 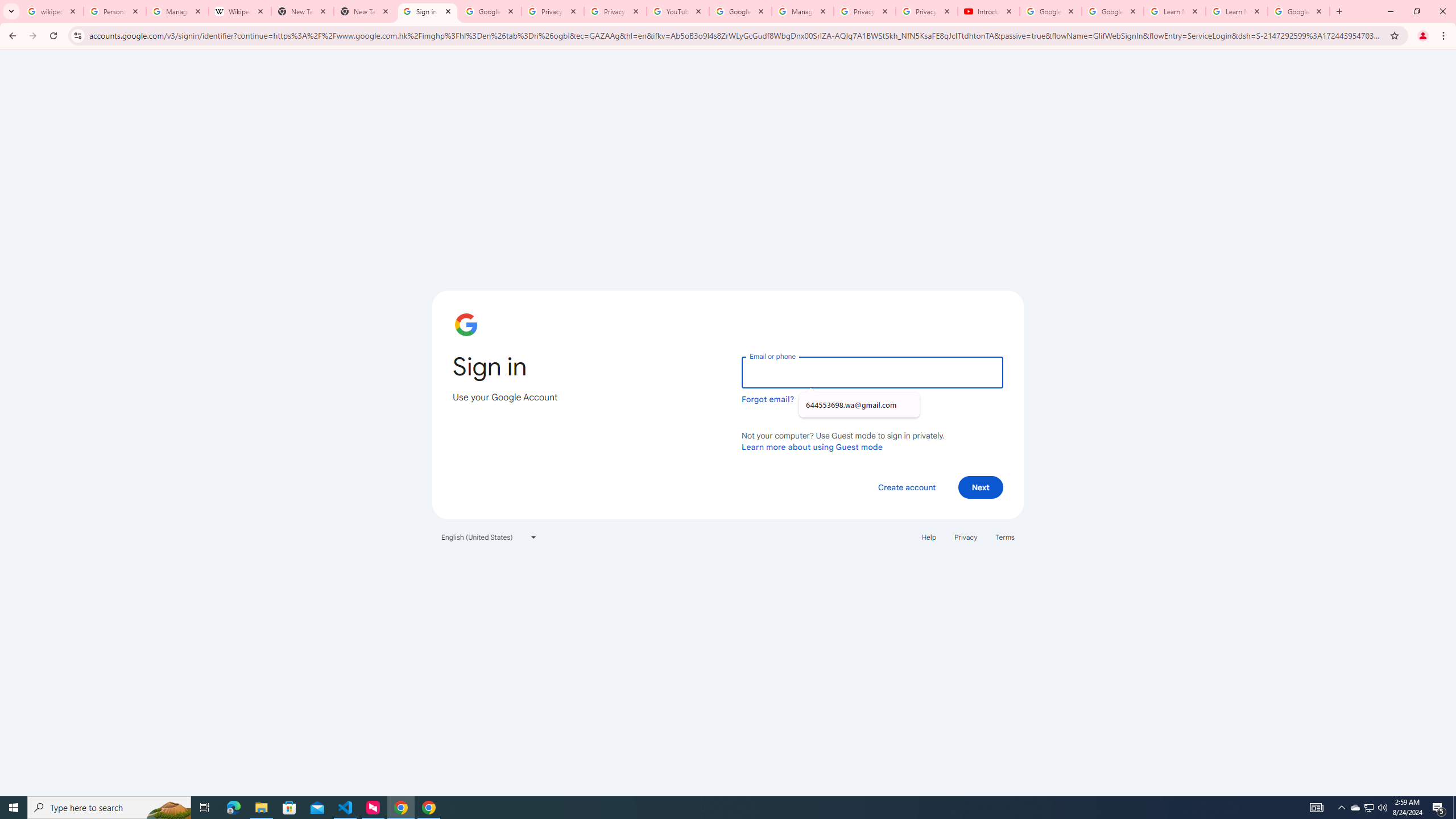 I want to click on 'Introduction | Google Privacy Policy - YouTube', so click(x=988, y=11).